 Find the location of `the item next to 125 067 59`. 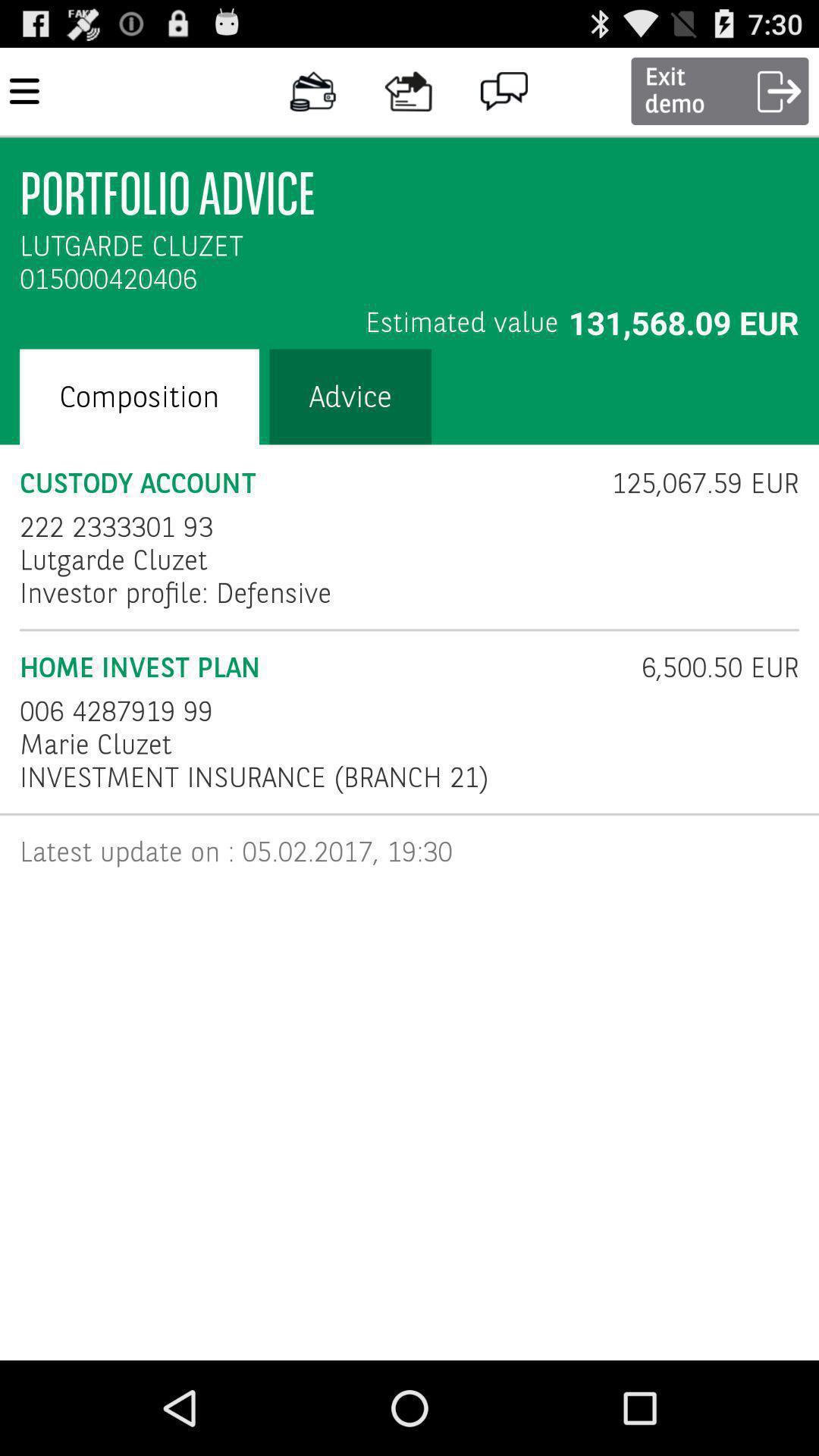

the item next to 125 067 59 is located at coordinates (115, 527).